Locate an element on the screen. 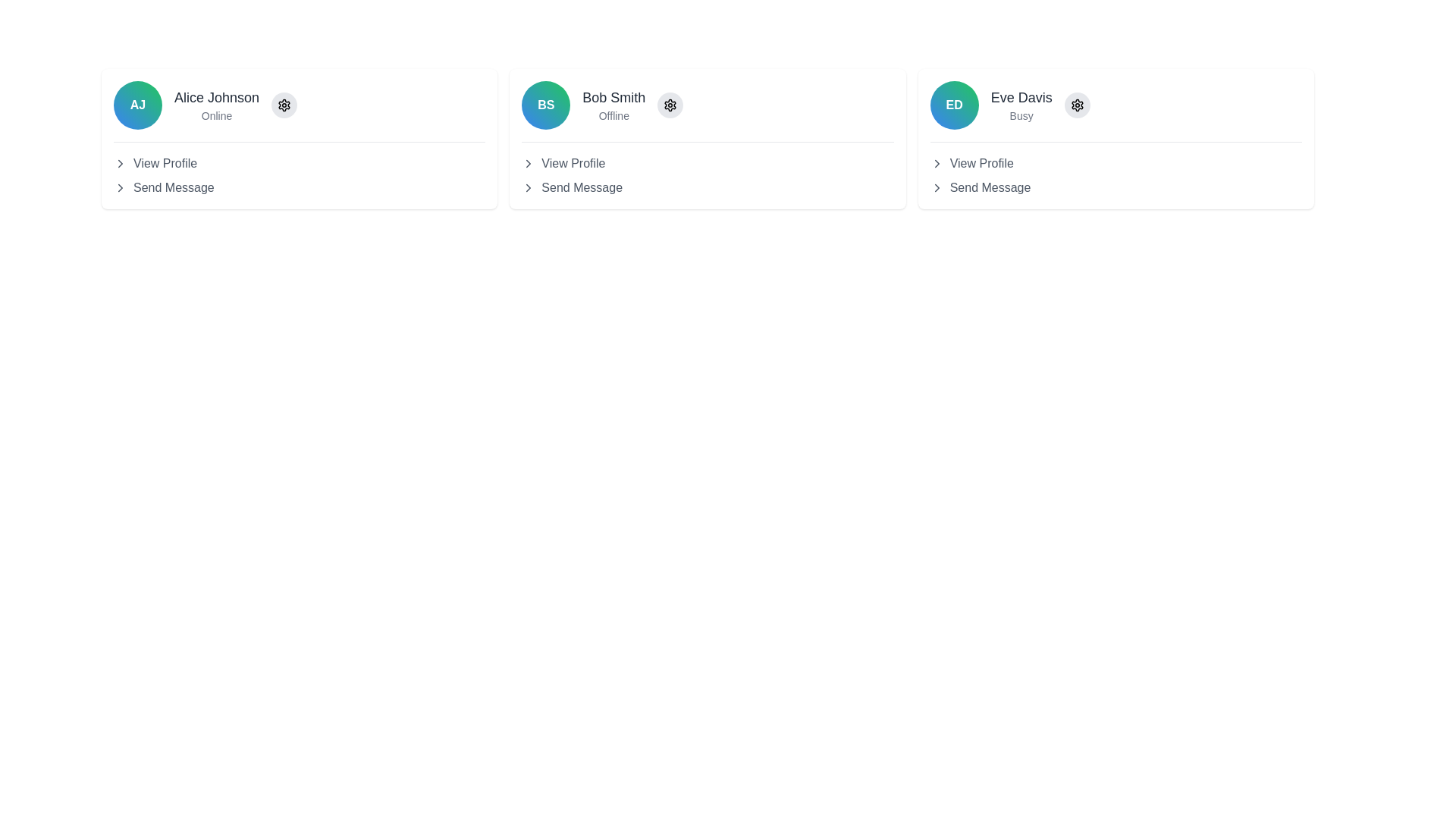 Image resolution: width=1456 pixels, height=819 pixels. the icon located to the left of the 'View Profile' text in the 'Eve Davis' user card is located at coordinates (936, 164).